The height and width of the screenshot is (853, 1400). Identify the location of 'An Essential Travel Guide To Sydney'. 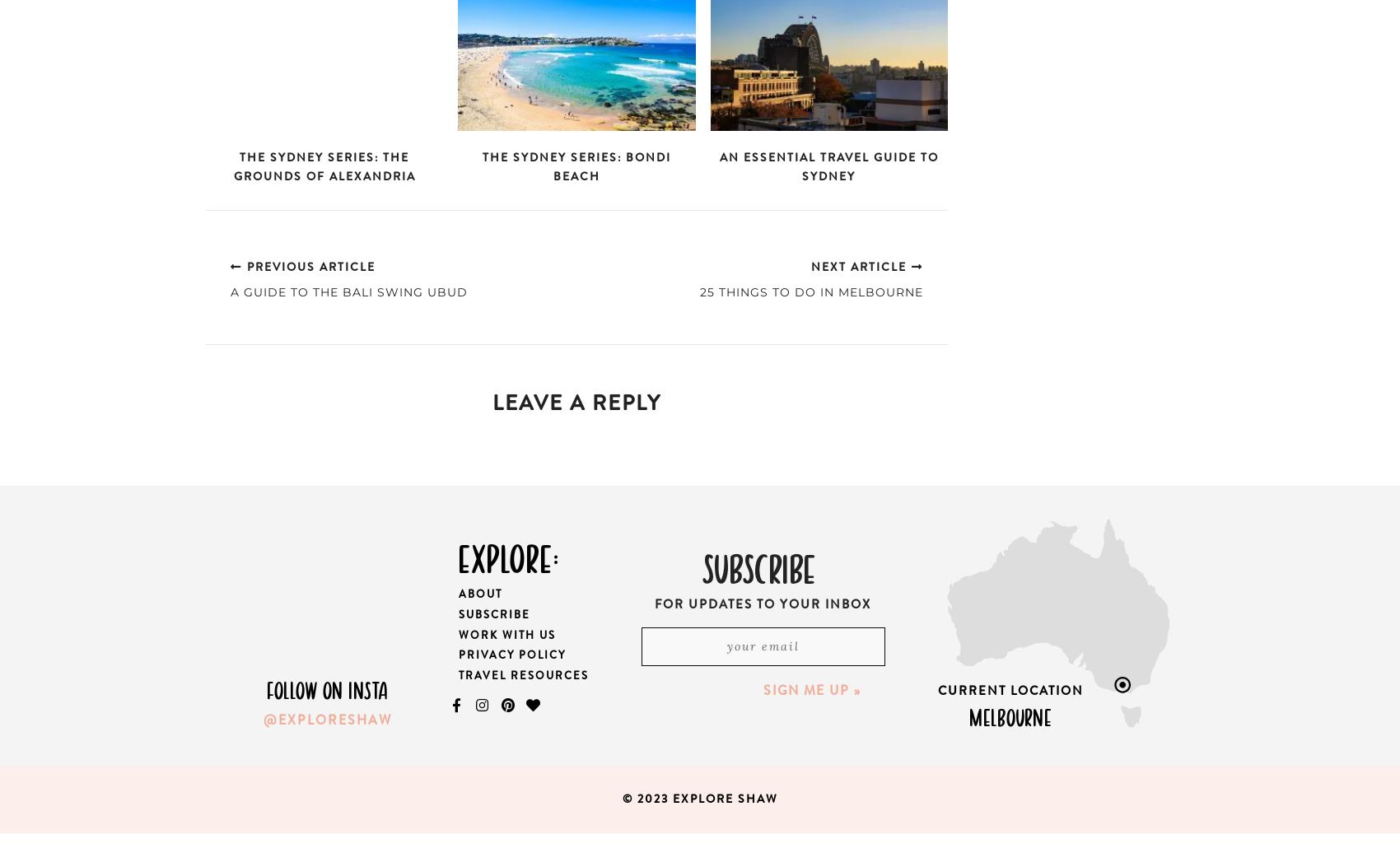
(828, 166).